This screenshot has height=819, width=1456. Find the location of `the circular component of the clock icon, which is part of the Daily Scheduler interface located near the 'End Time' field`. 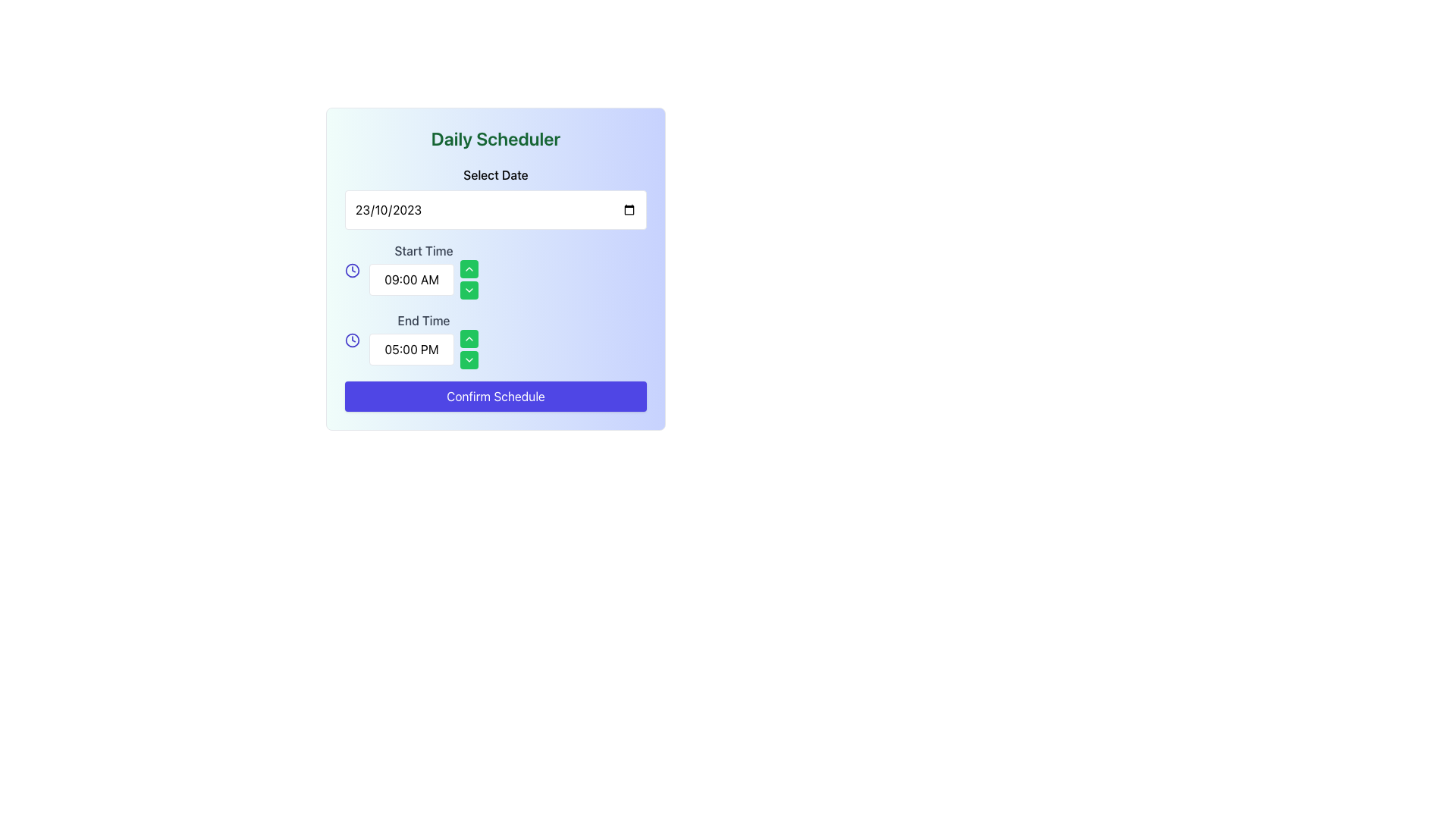

the circular component of the clock icon, which is part of the Daily Scheduler interface located near the 'End Time' field is located at coordinates (352, 270).